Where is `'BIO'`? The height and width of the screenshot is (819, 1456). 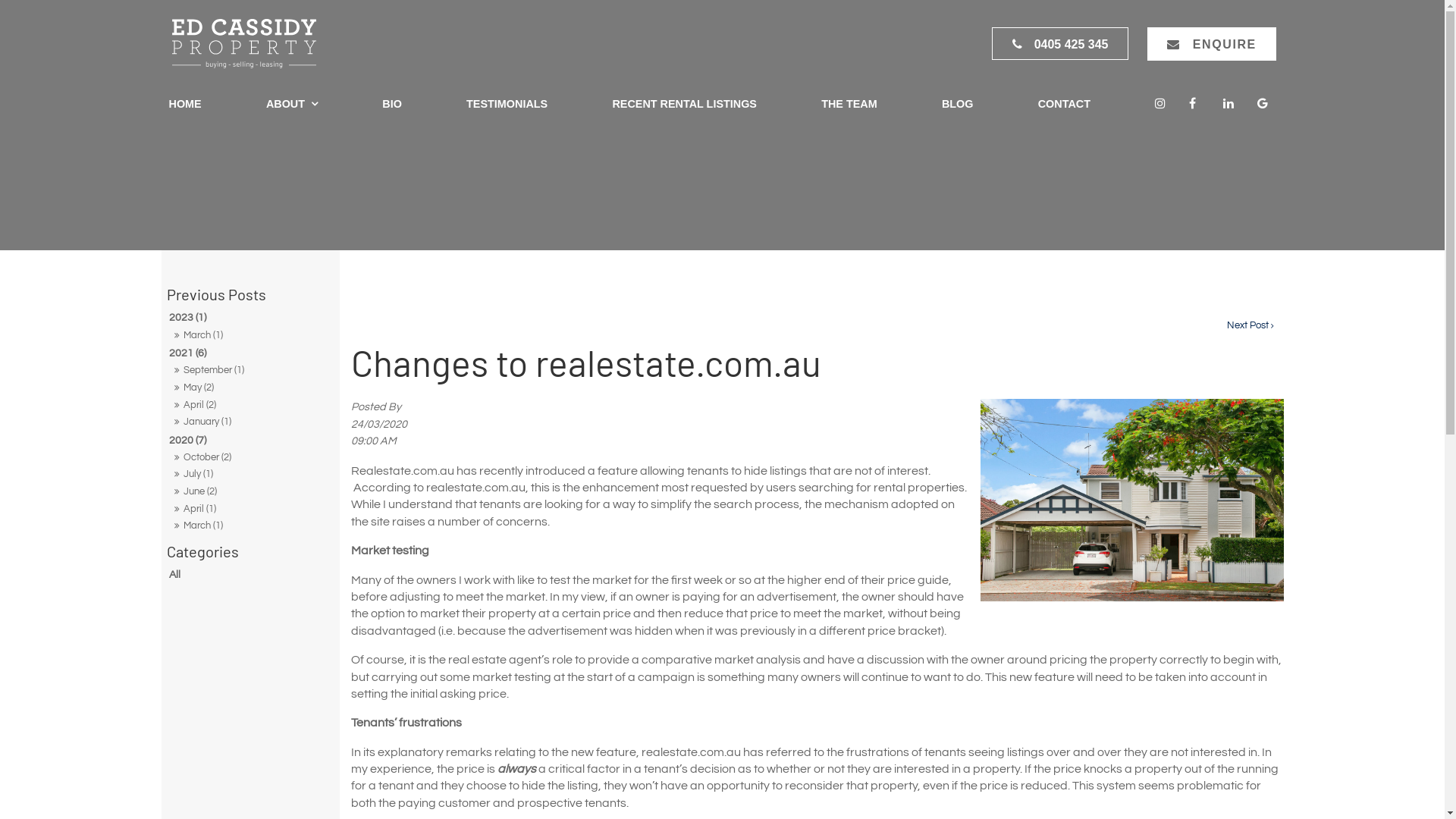
'BIO' is located at coordinates (392, 104).